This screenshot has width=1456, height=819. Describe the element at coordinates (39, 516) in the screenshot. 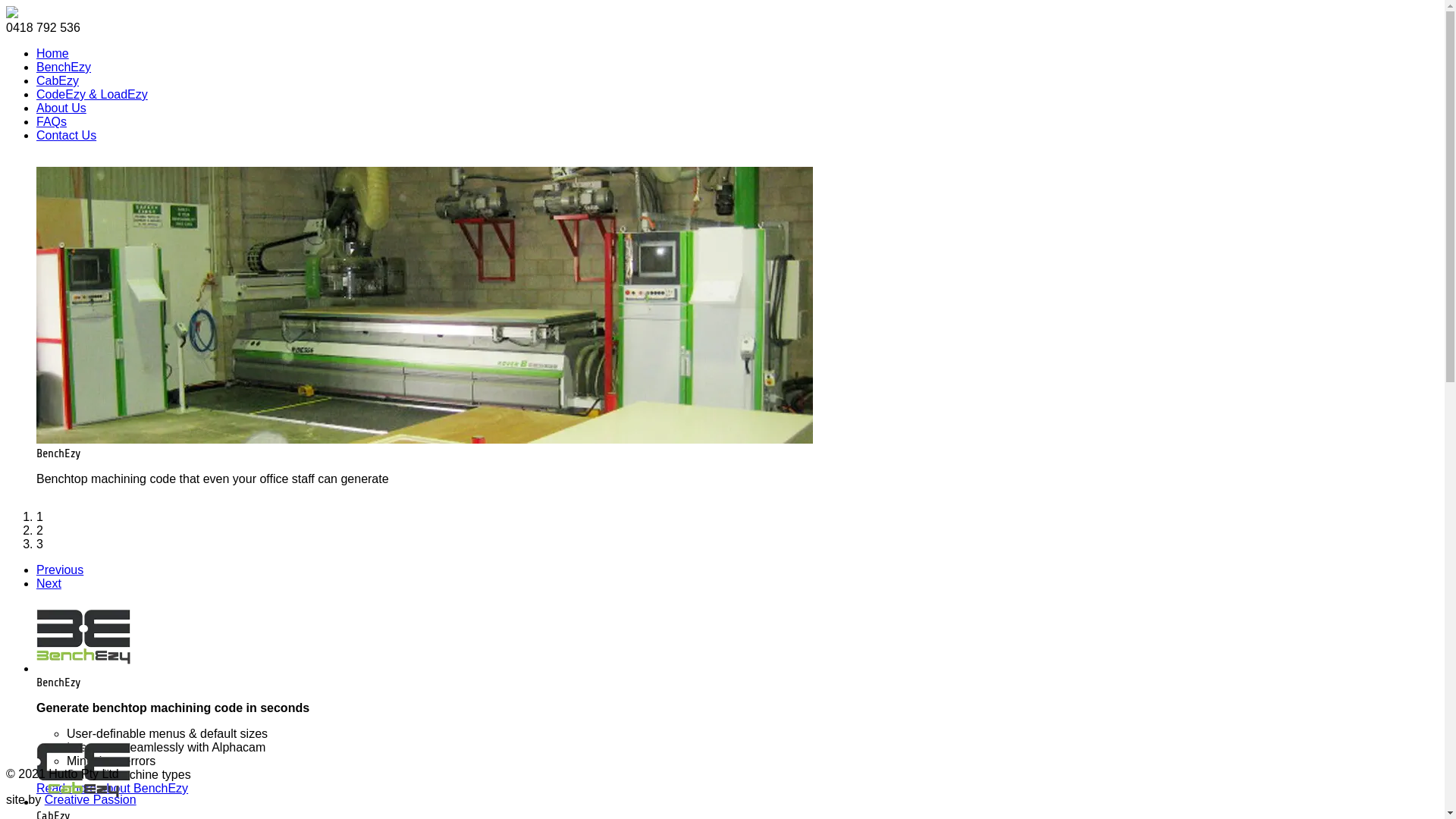

I see `'1'` at that location.